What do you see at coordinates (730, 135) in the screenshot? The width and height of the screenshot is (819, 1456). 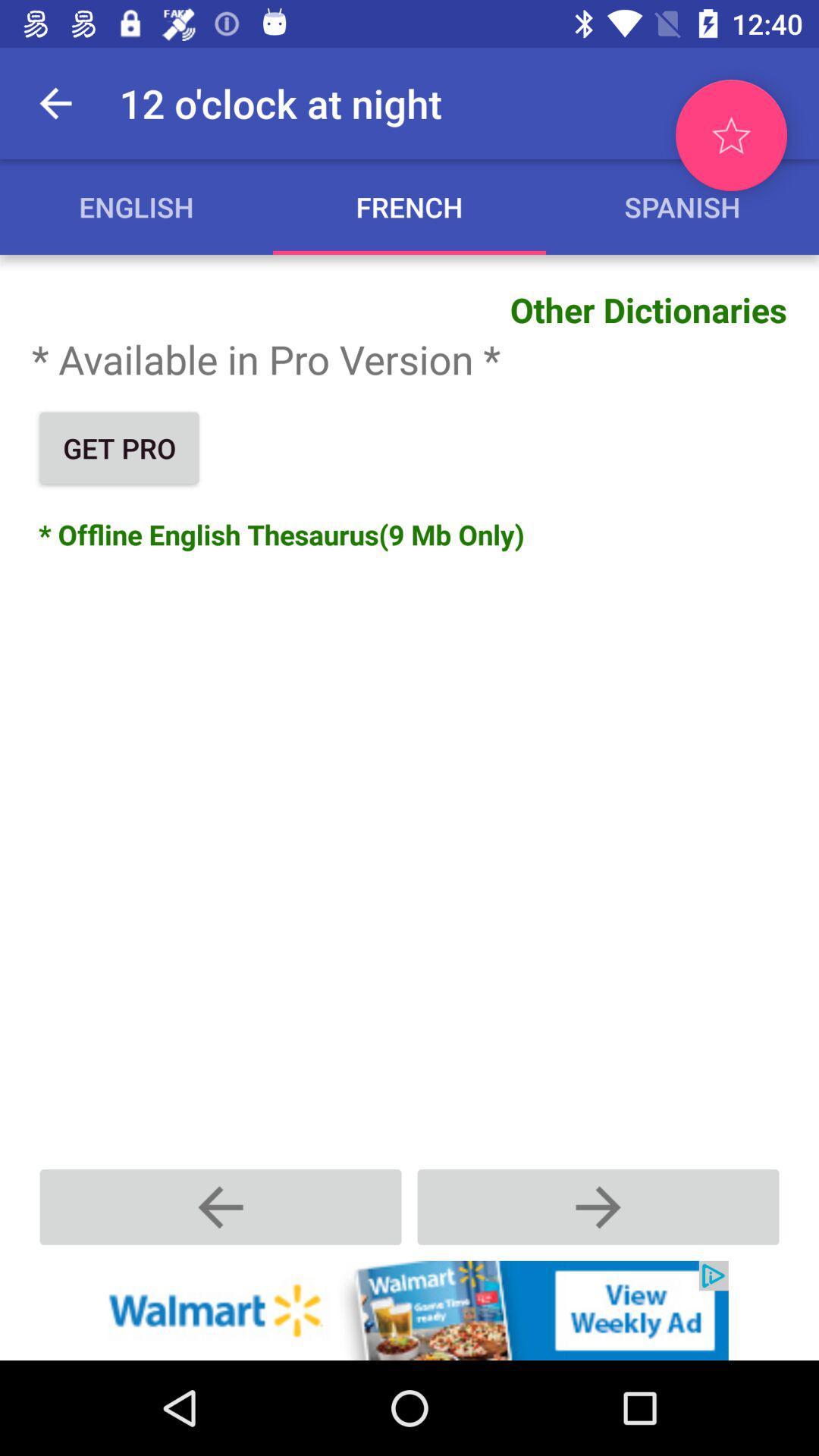 I see `the star icon` at bounding box center [730, 135].